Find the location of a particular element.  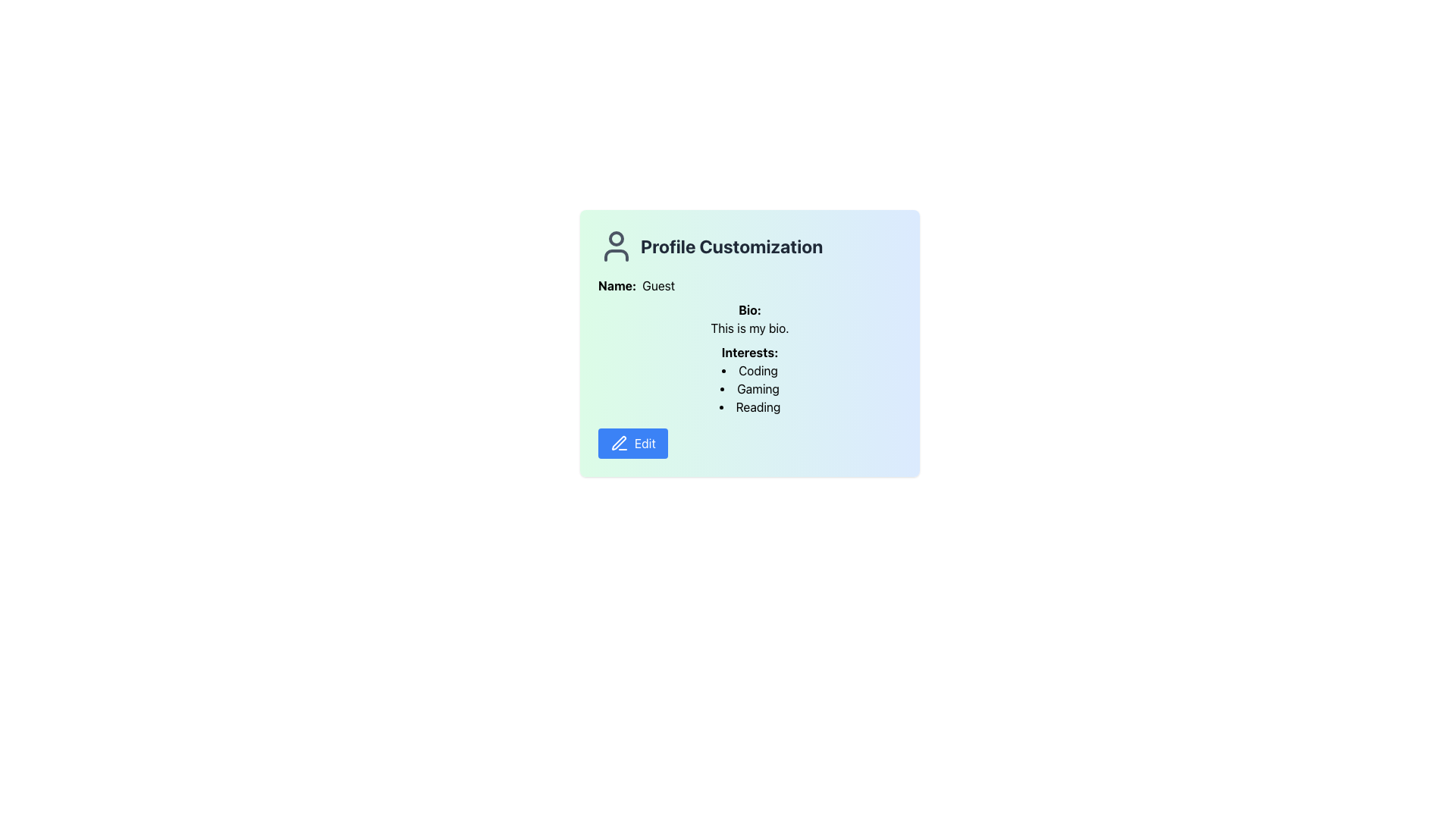

the non-interactive text element displaying 'Guest', which is positioned to the right of the 'Name:' label within the user customization panel is located at coordinates (658, 286).